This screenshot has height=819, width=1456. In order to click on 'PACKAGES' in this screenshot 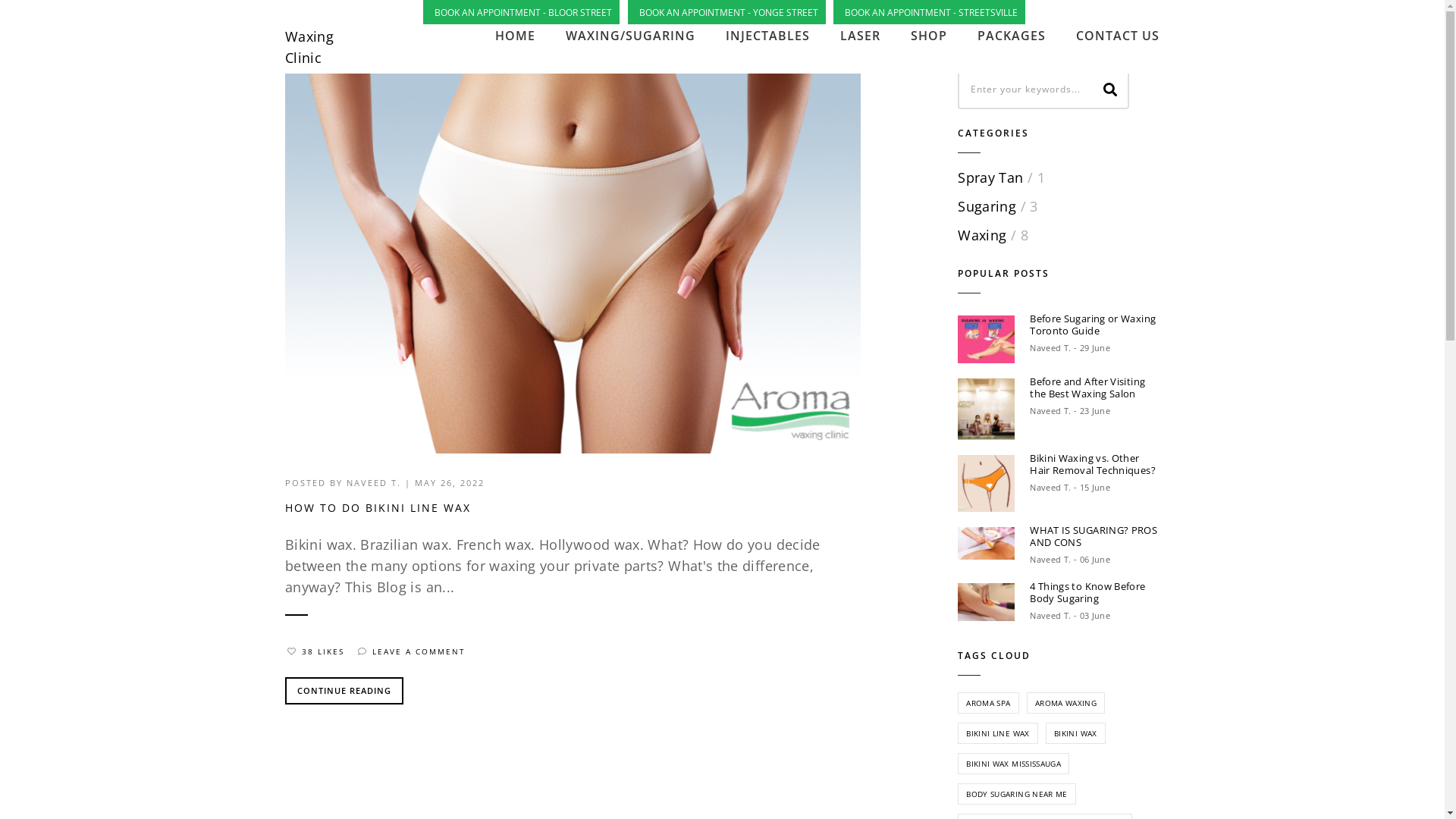, I will do `click(1012, 35)`.